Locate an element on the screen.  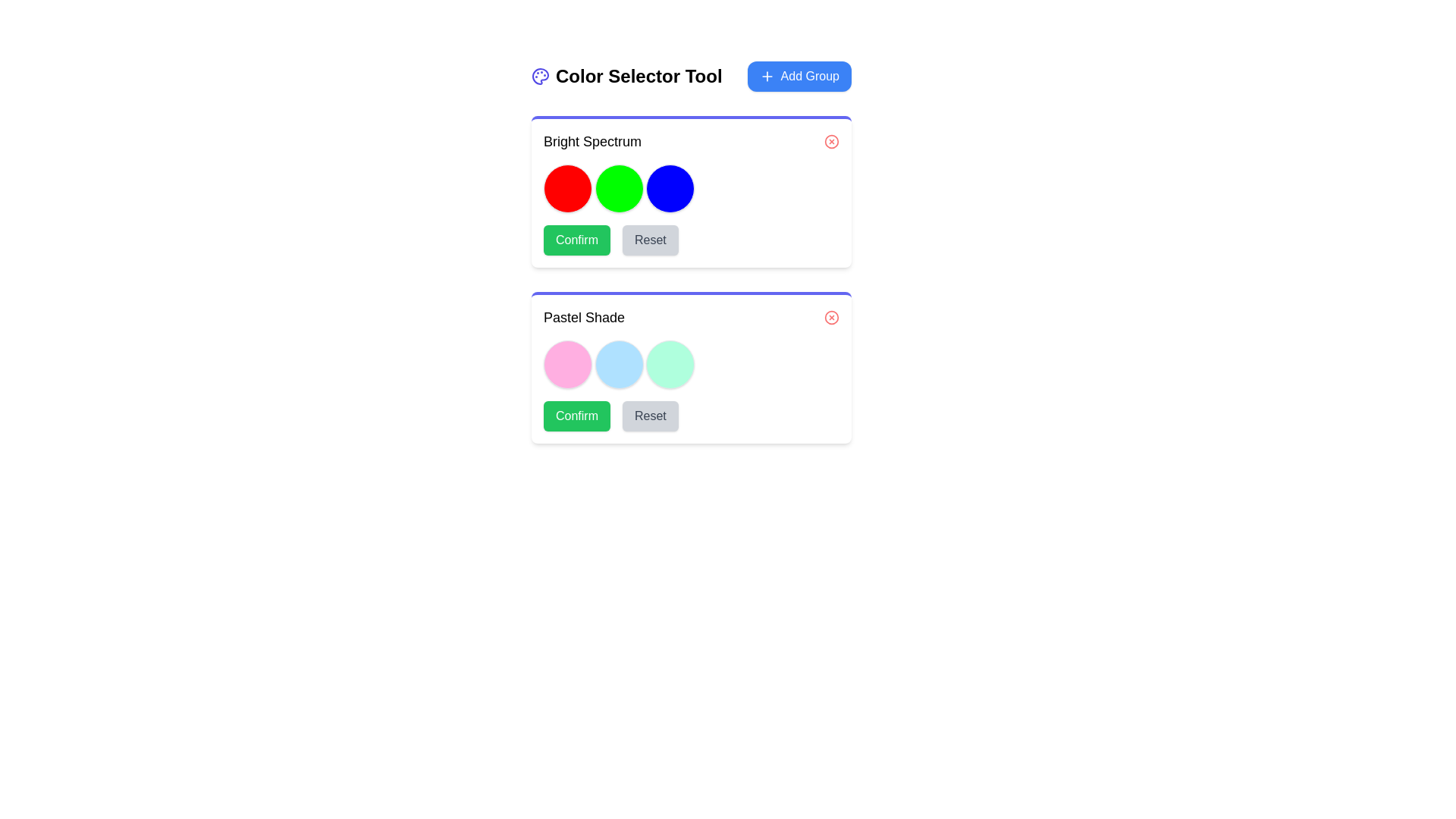
the close/delete button located at the top-right corner of the 'Pastel Shade' card is located at coordinates (831, 317).